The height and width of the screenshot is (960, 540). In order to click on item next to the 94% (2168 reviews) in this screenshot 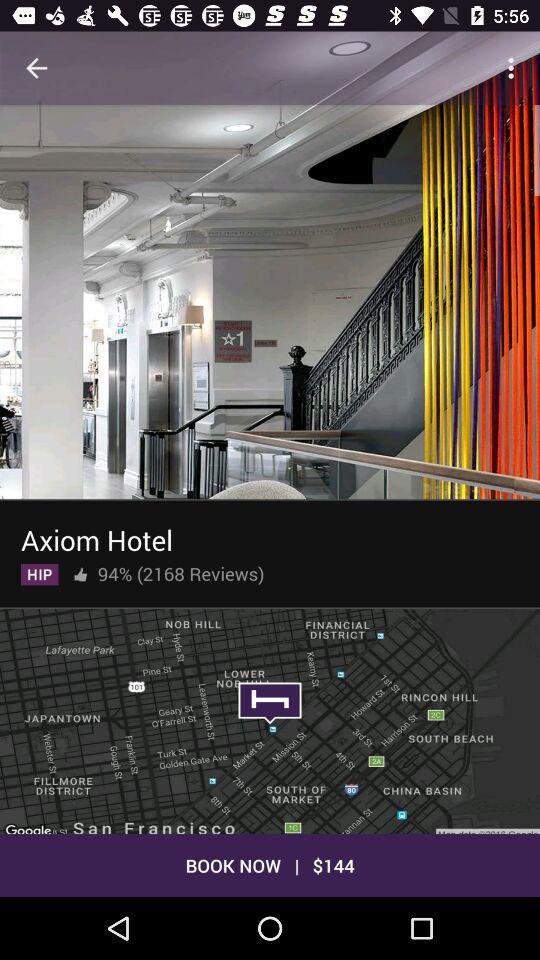, I will do `click(79, 570)`.